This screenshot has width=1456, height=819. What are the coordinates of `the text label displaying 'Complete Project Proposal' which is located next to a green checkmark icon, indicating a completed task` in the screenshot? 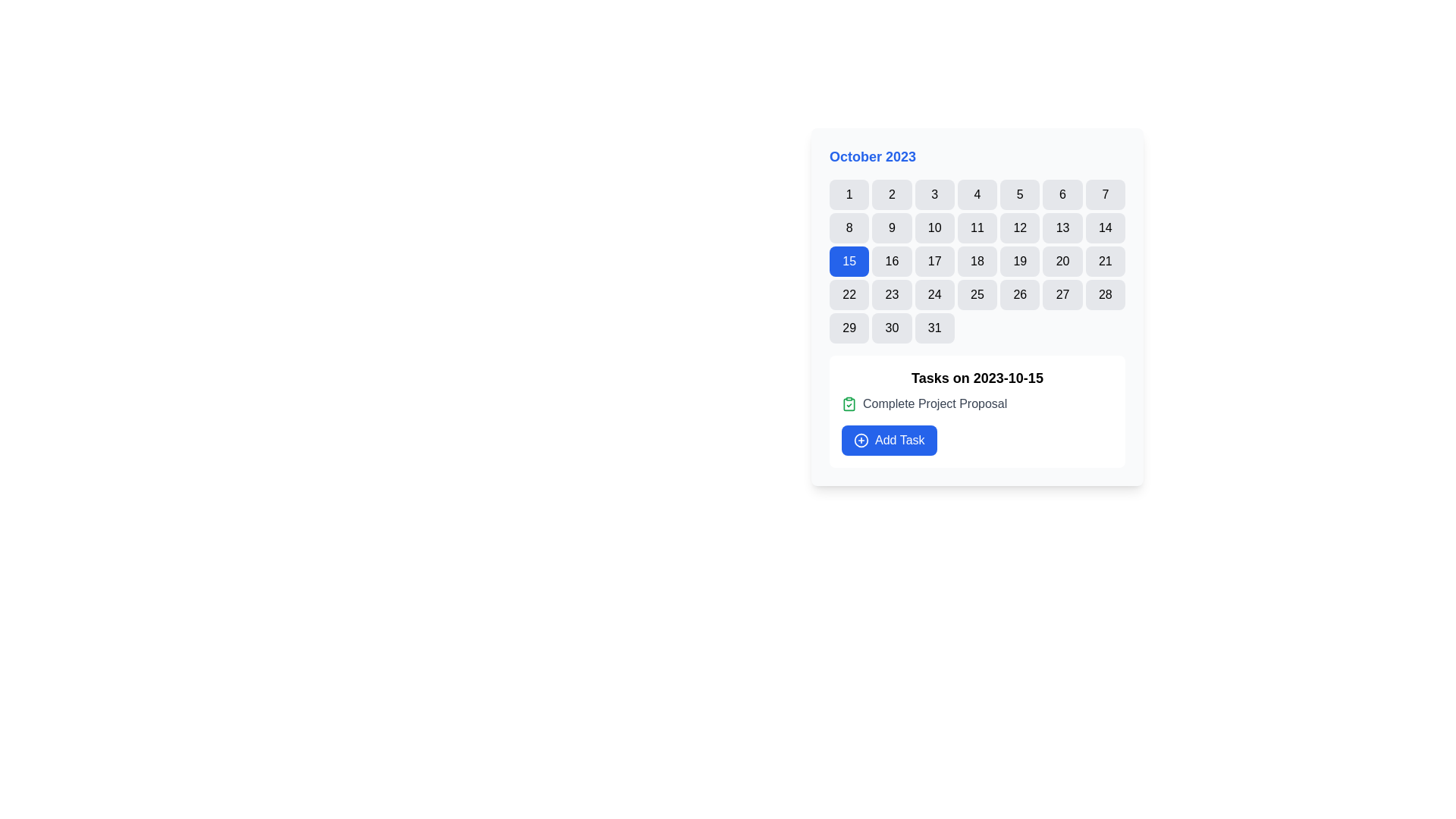 It's located at (934, 403).